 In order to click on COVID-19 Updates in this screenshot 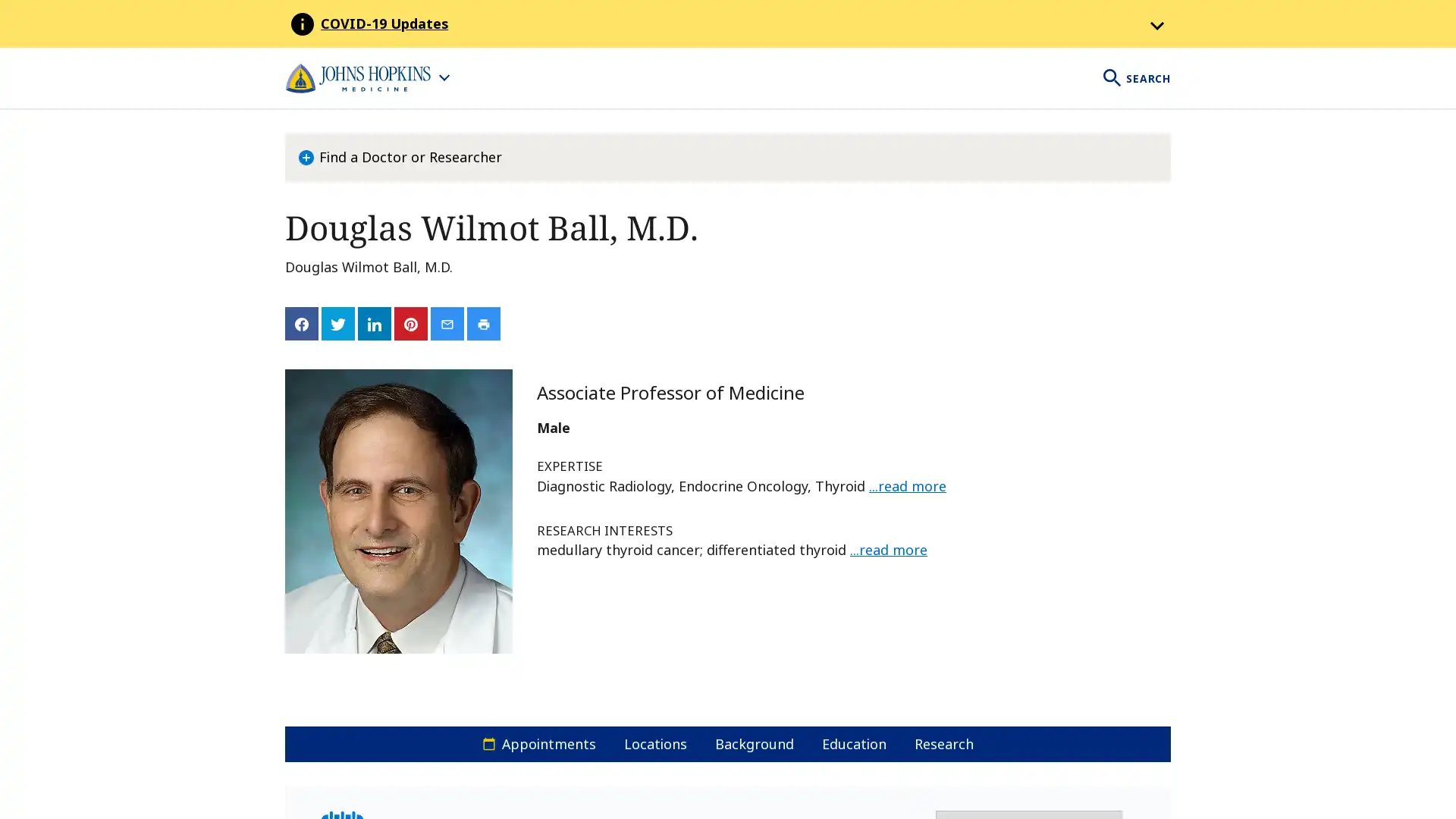, I will do `click(745, 24)`.